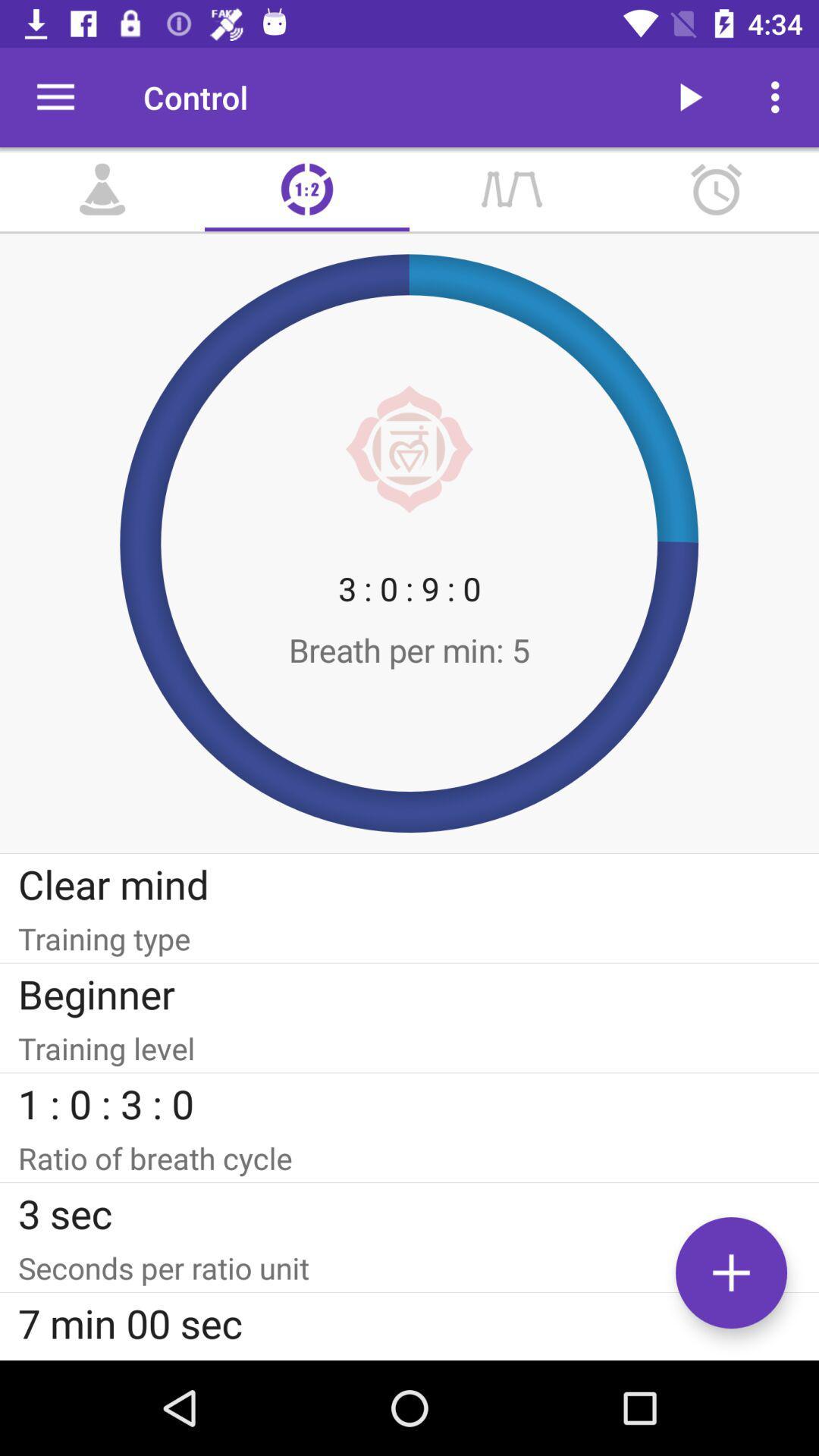 The width and height of the screenshot is (819, 1456). Describe the element at coordinates (409, 883) in the screenshot. I see `the clear mind` at that location.